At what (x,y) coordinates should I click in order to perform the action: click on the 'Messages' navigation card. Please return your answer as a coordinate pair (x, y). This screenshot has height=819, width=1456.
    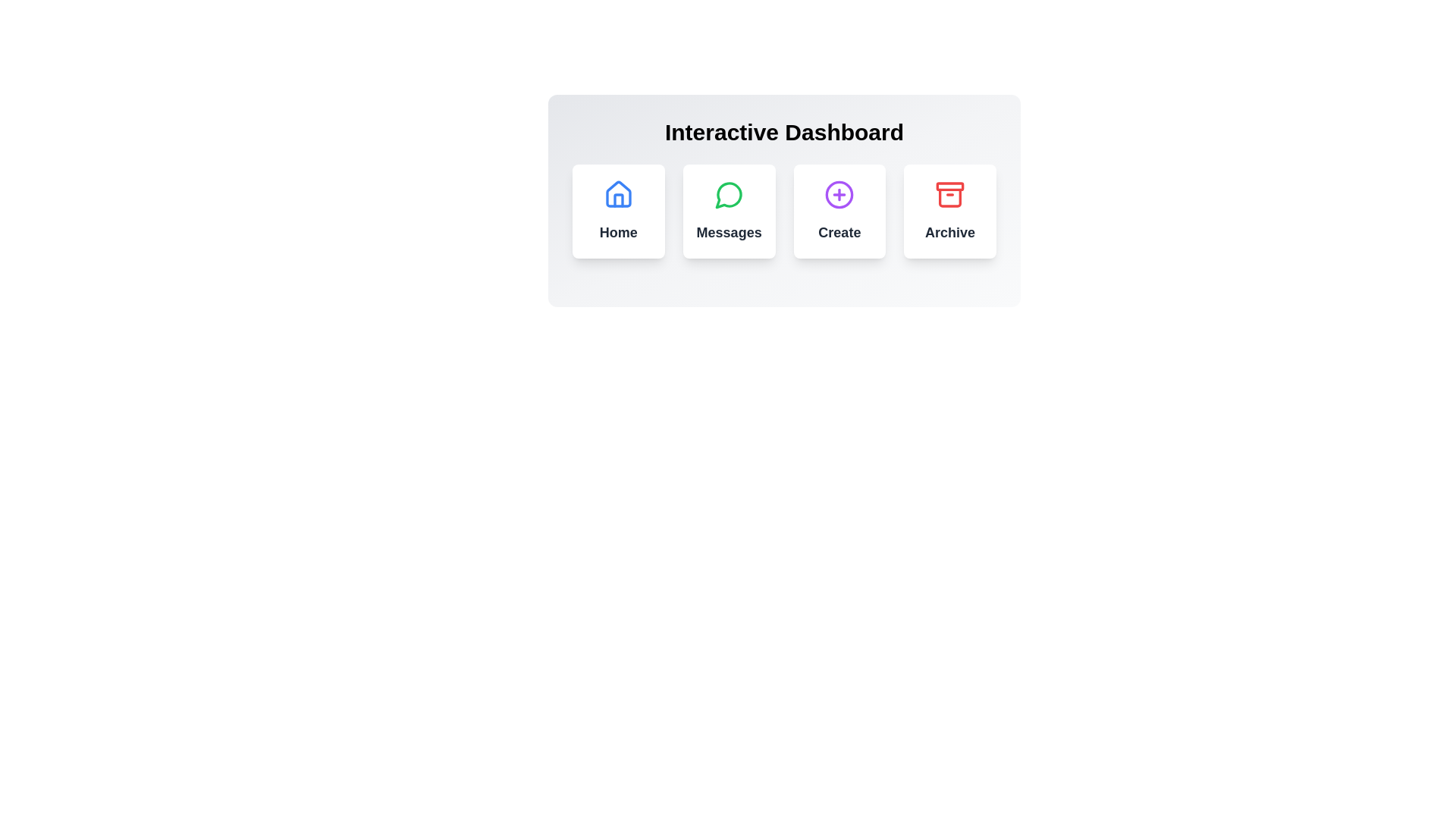
    Looking at the image, I should click on (729, 211).